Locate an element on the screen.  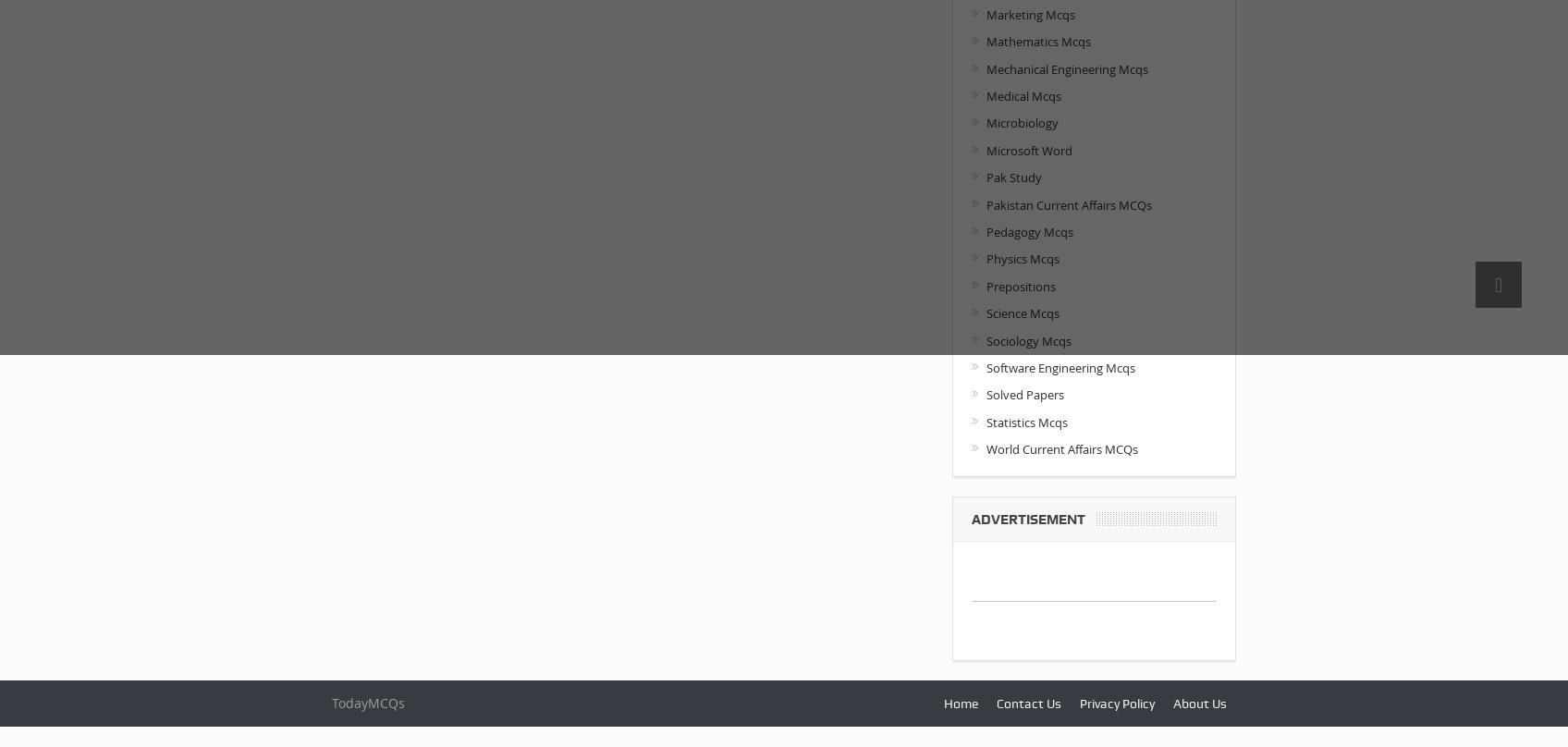
'Prepositions' is located at coordinates (1020, 284).